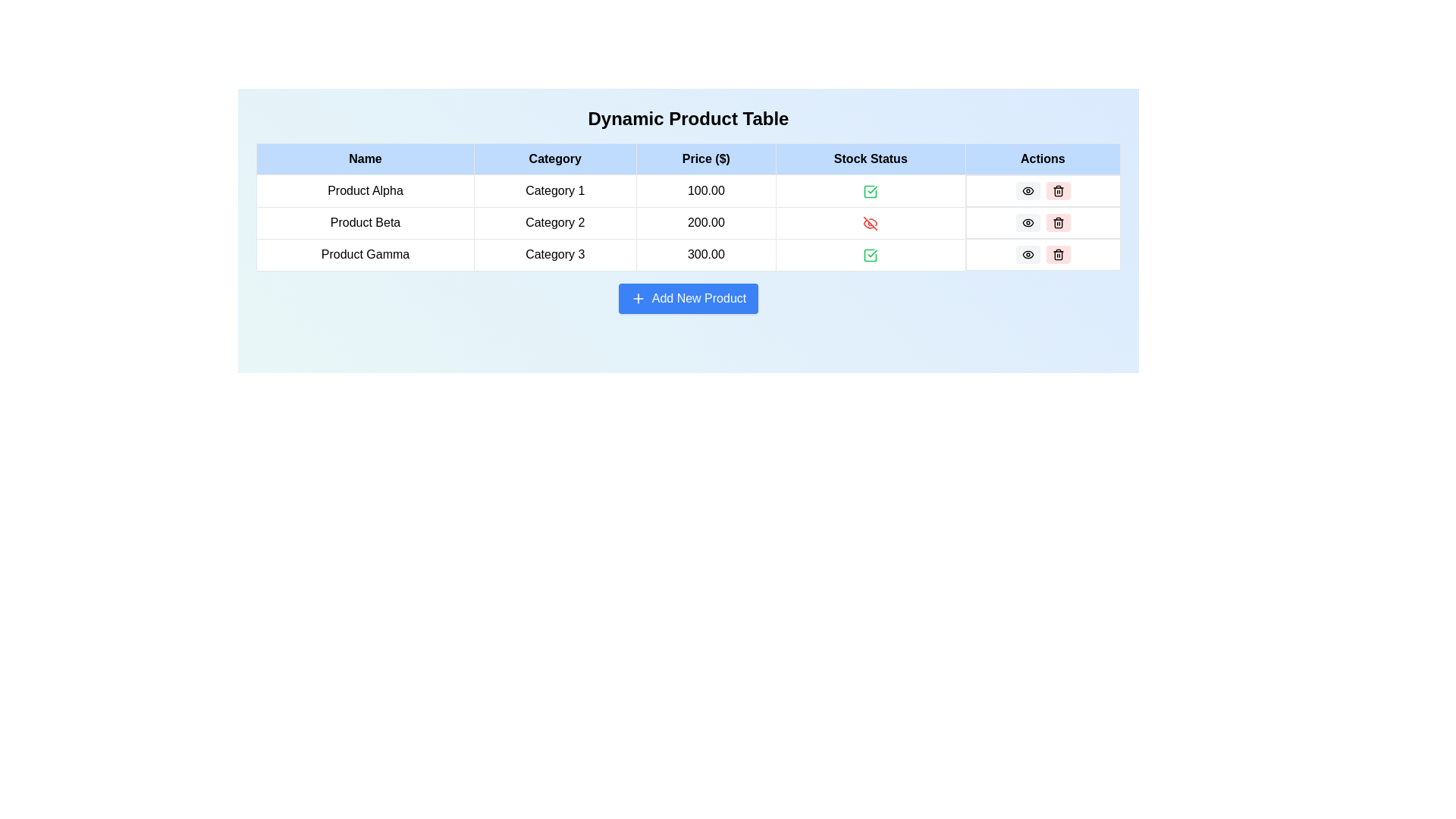  What do you see at coordinates (687, 190) in the screenshot?
I see `the text entry element displaying the price '$100.00' in the first row of the table under the 'Price ($)' column` at bounding box center [687, 190].